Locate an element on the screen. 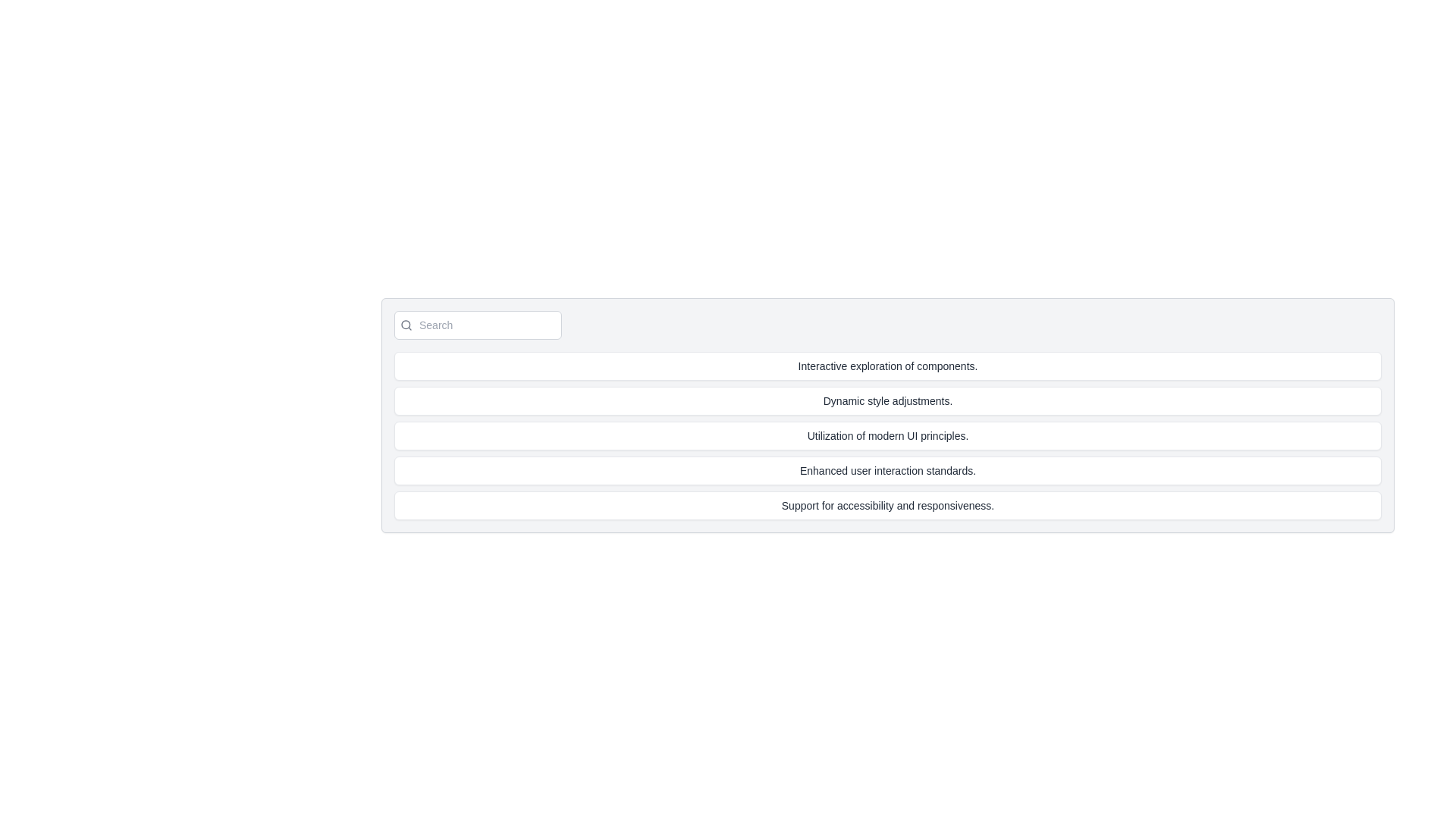 This screenshot has height=819, width=1456. the lowercase letter 'a' in the phrase 'Support for accessibility and responsiveness', which is located between 'for' and 'accessibility' is located at coordinates (839, 506).